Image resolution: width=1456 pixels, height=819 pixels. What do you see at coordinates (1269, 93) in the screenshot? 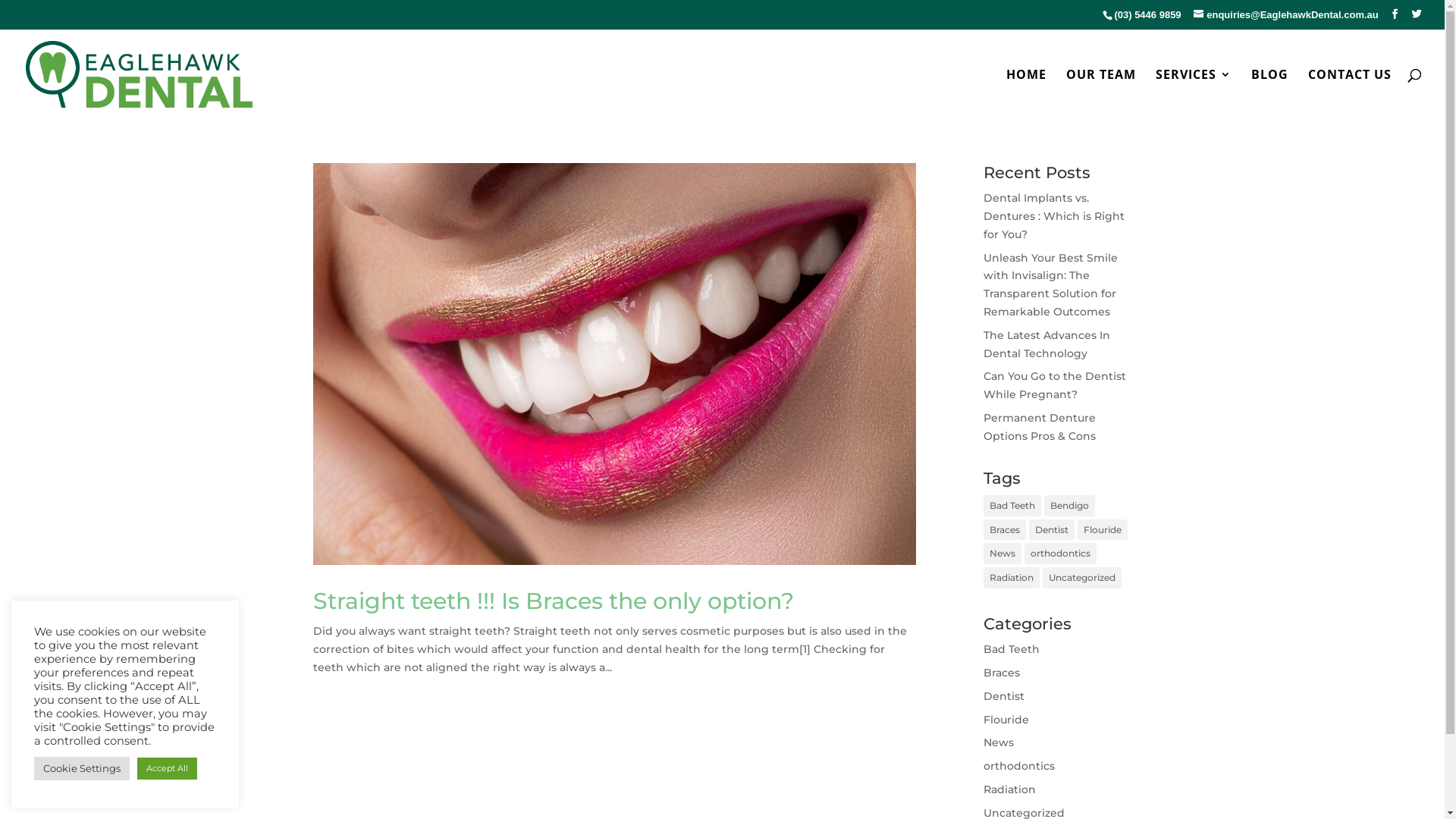
I see `'BLOG'` at bounding box center [1269, 93].